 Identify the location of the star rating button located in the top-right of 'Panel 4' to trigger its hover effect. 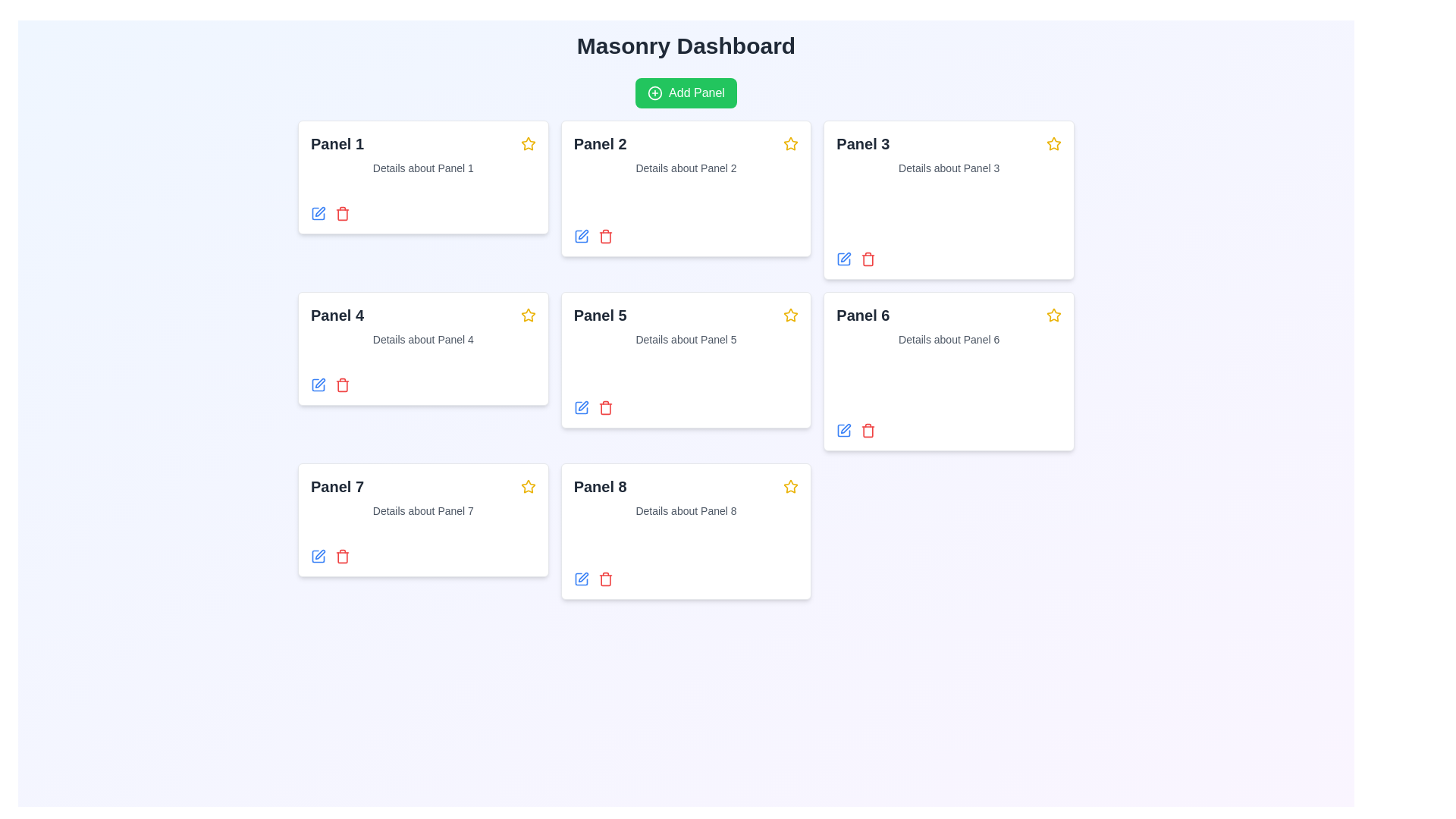
(528, 315).